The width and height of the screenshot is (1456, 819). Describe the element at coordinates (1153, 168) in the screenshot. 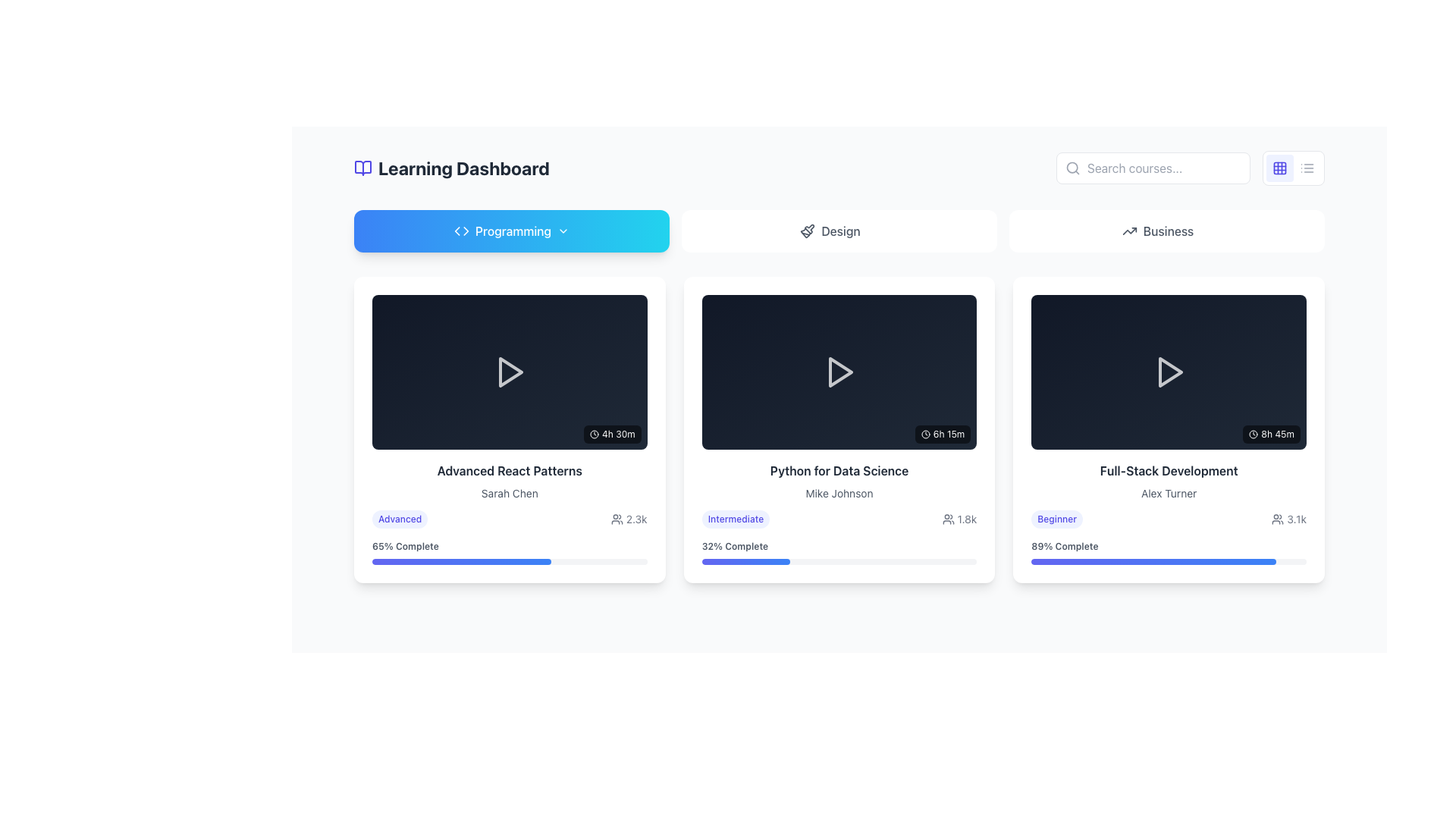

I see `and drop the text input field with an embedded icon used for initiating search functionality, located at the top-right area of the interface, adjacent` at that location.